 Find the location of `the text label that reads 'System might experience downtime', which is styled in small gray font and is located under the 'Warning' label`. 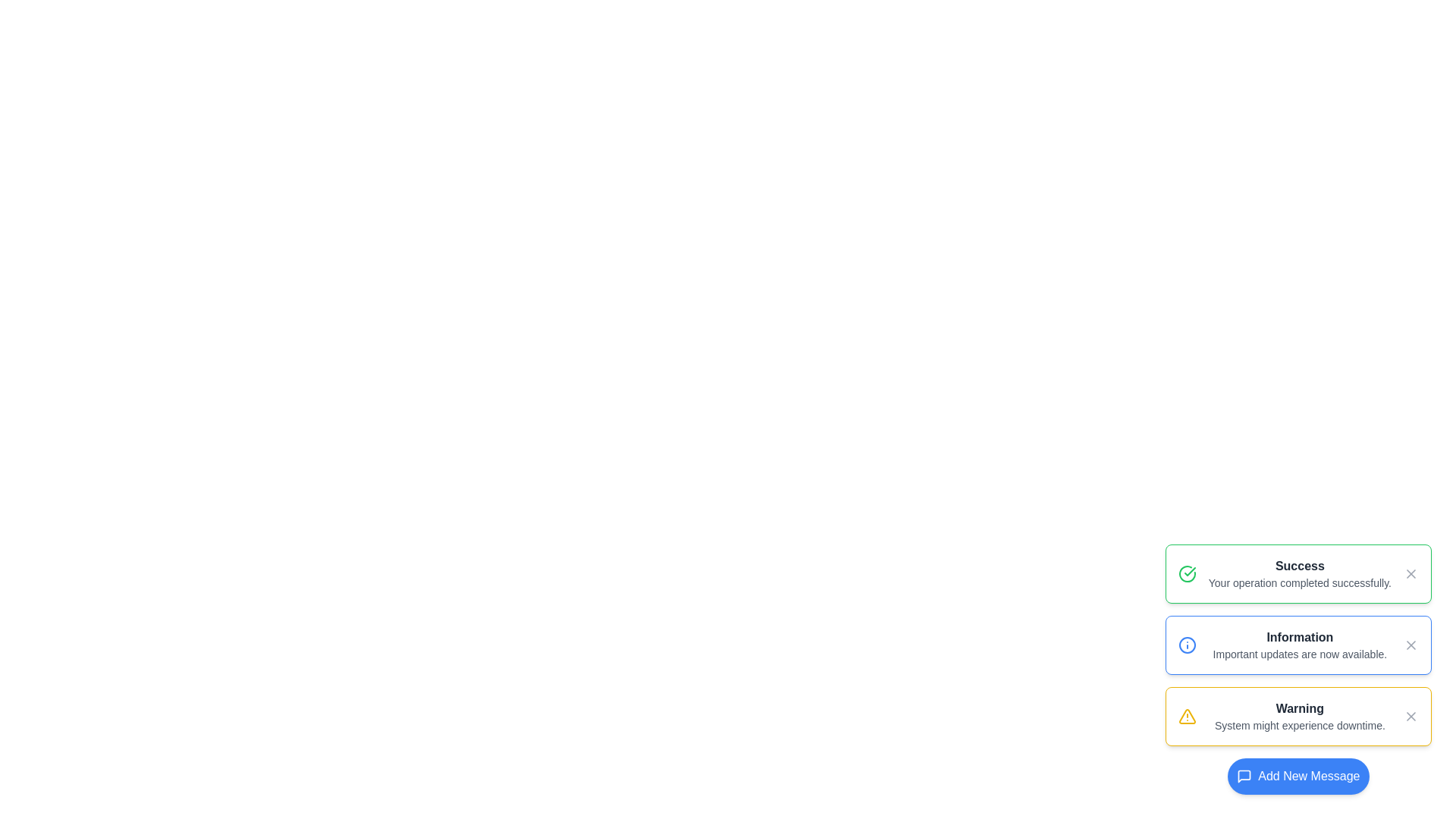

the text label that reads 'System might experience downtime', which is styled in small gray font and is located under the 'Warning' label is located at coordinates (1299, 724).